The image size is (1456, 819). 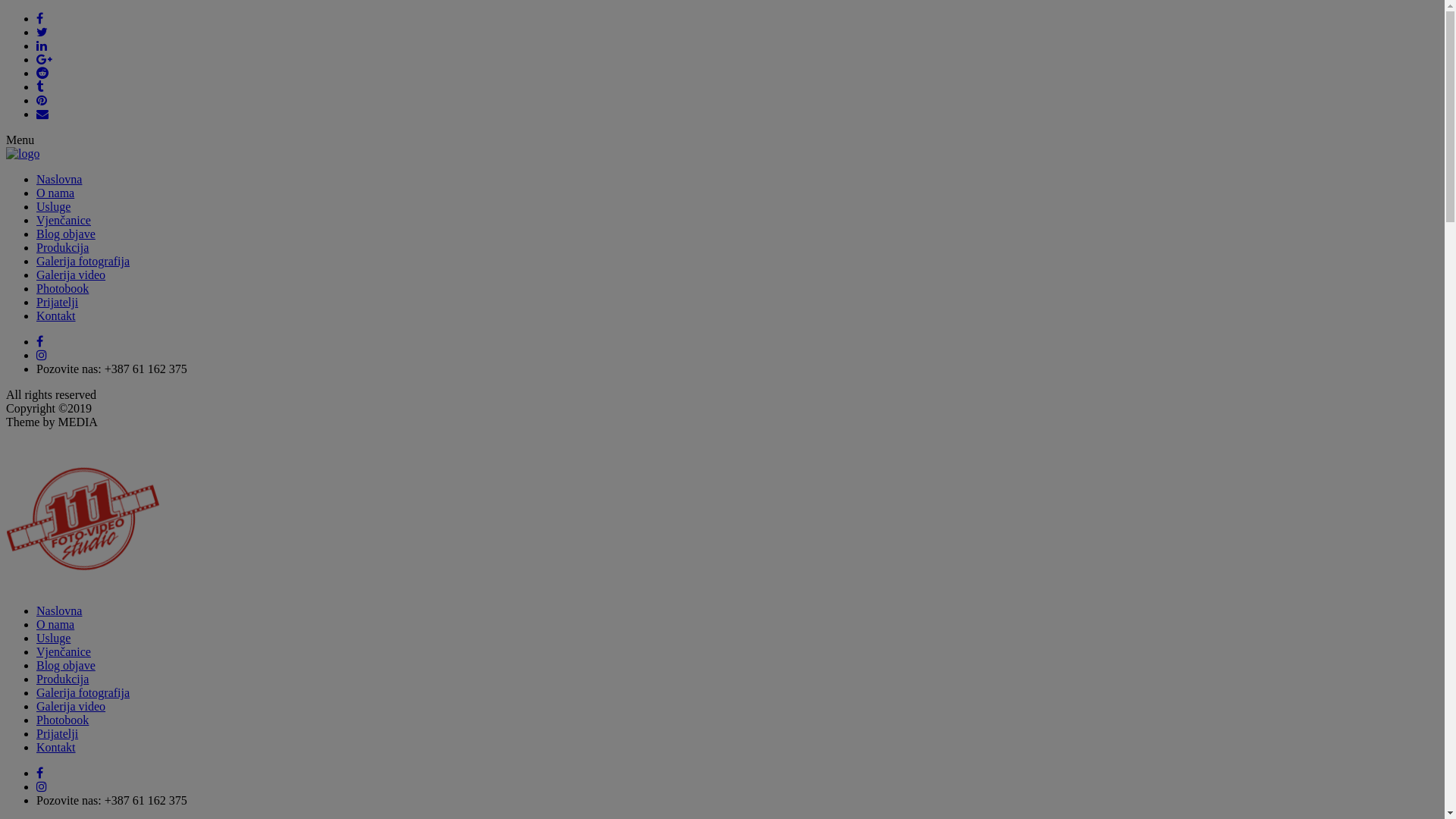 What do you see at coordinates (70, 706) in the screenshot?
I see `'Galerija video'` at bounding box center [70, 706].